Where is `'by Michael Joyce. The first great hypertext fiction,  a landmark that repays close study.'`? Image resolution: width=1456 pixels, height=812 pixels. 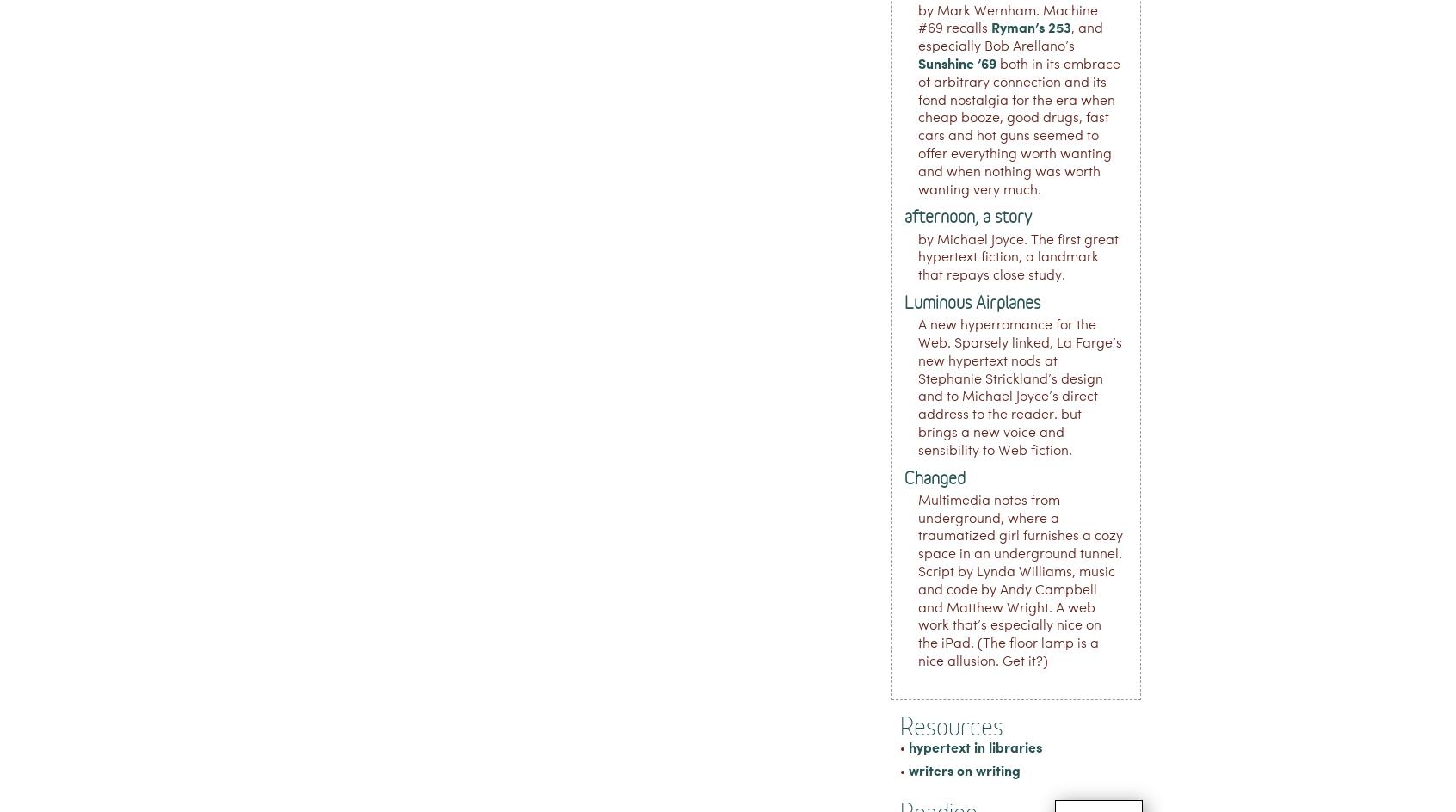 'by Michael Joyce. The first great hypertext fiction,  a landmark that repays close study.' is located at coordinates (1017, 257).